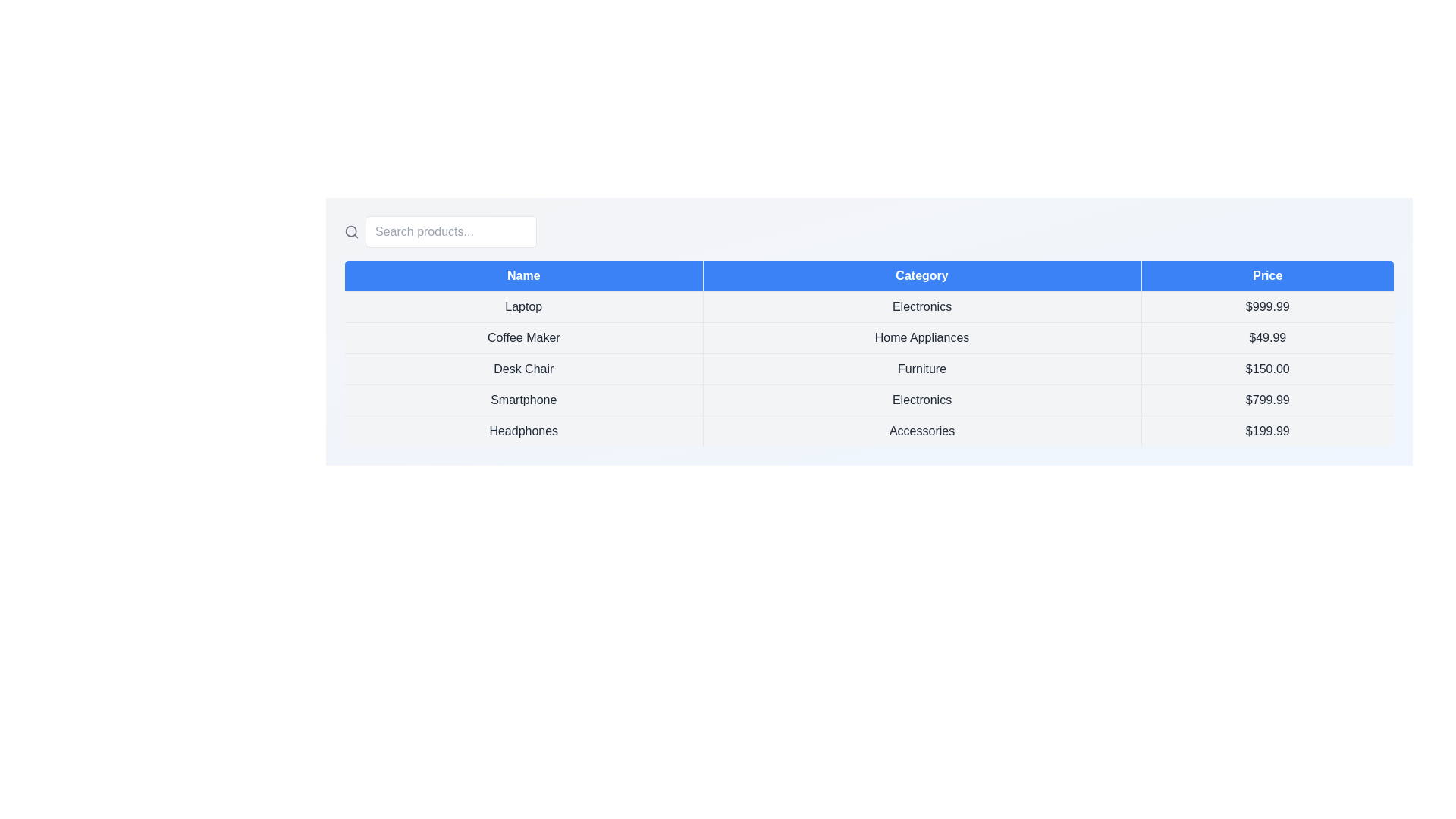 Image resolution: width=1456 pixels, height=819 pixels. I want to click on the gray magnifying glass icon representing search functionality, located to the left of the 'Search products...' text input field, so click(351, 231).